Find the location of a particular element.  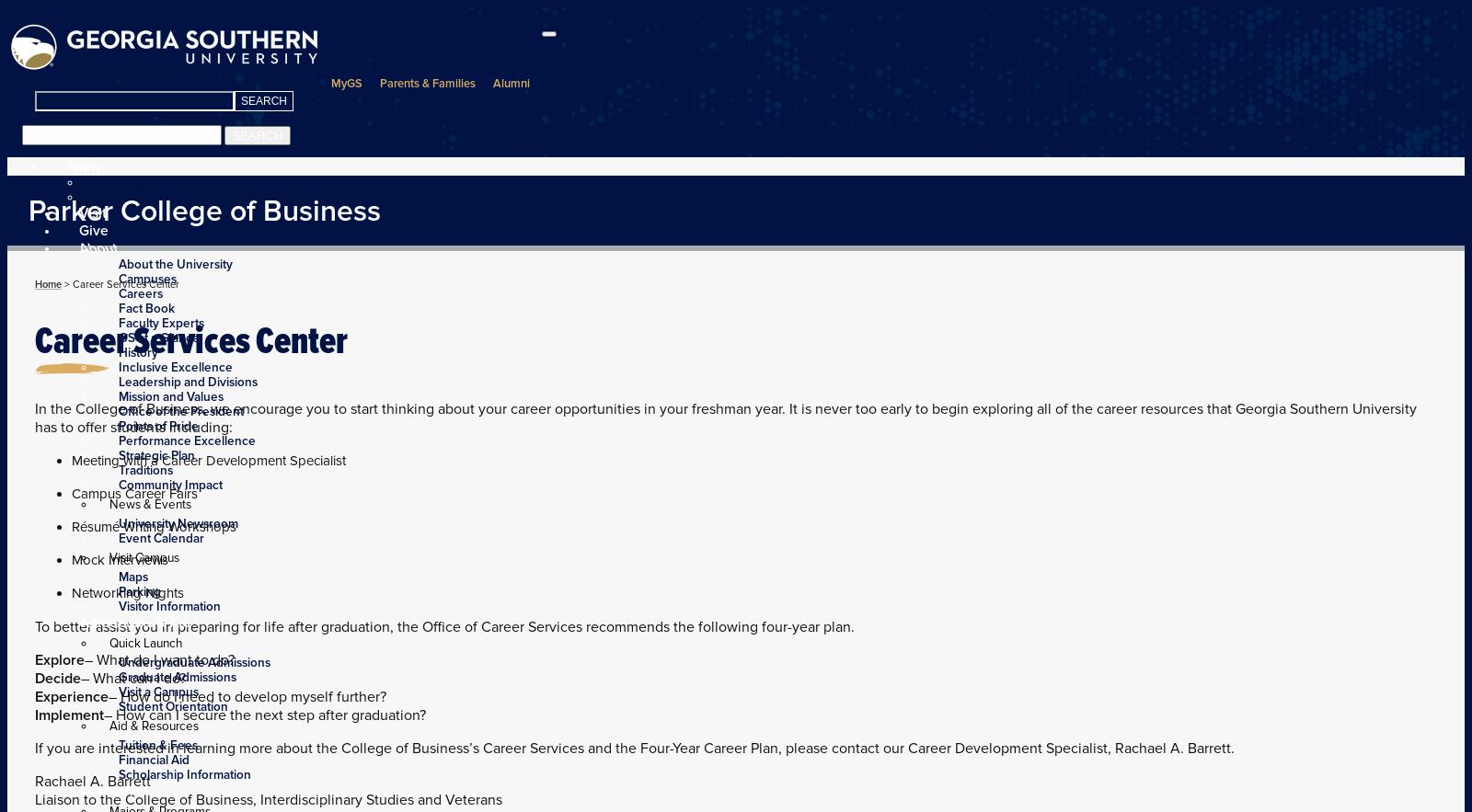

'Mock Interviews' is located at coordinates (119, 558).